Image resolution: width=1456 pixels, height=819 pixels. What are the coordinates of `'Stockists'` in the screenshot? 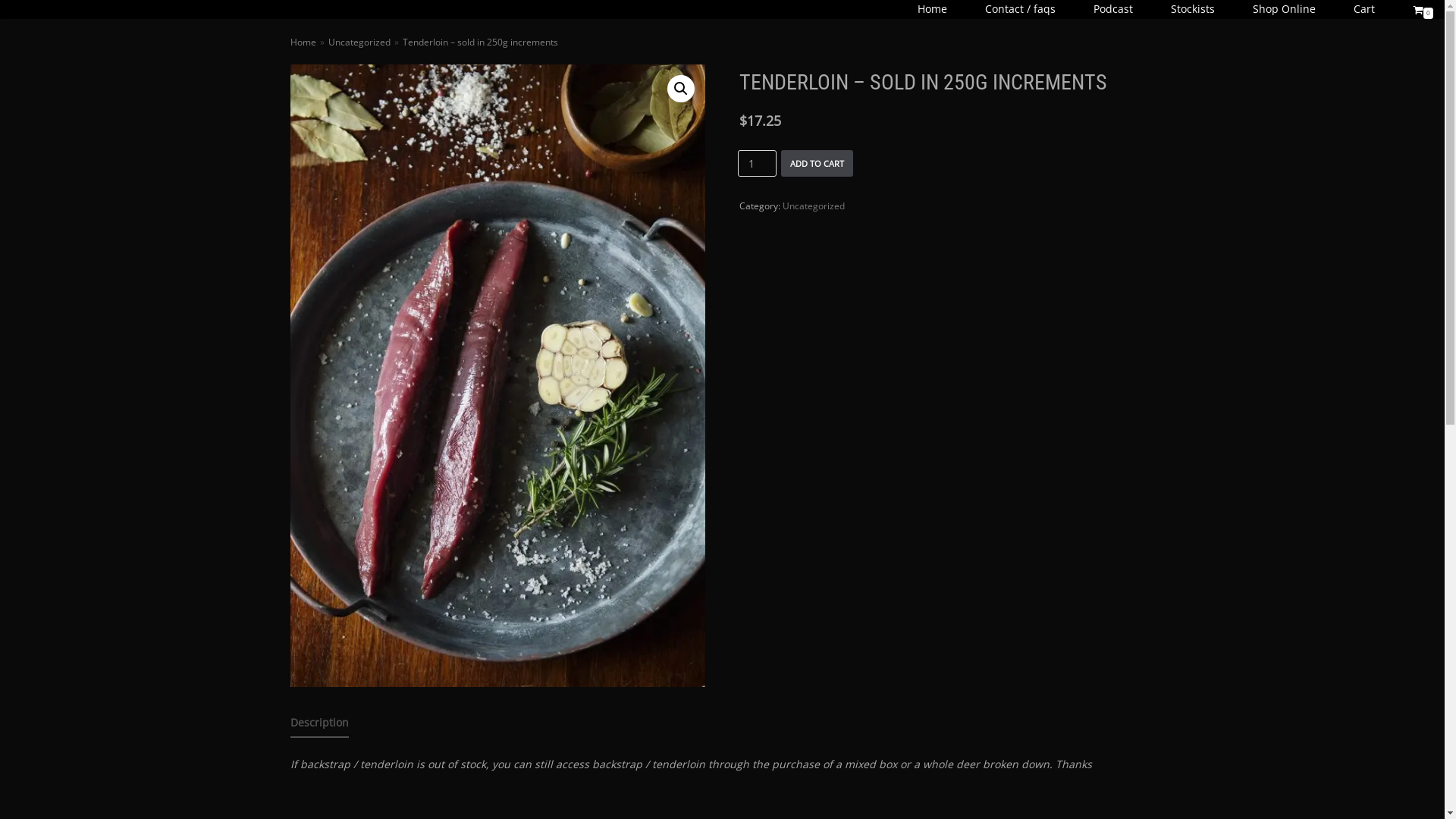 It's located at (1192, 9).